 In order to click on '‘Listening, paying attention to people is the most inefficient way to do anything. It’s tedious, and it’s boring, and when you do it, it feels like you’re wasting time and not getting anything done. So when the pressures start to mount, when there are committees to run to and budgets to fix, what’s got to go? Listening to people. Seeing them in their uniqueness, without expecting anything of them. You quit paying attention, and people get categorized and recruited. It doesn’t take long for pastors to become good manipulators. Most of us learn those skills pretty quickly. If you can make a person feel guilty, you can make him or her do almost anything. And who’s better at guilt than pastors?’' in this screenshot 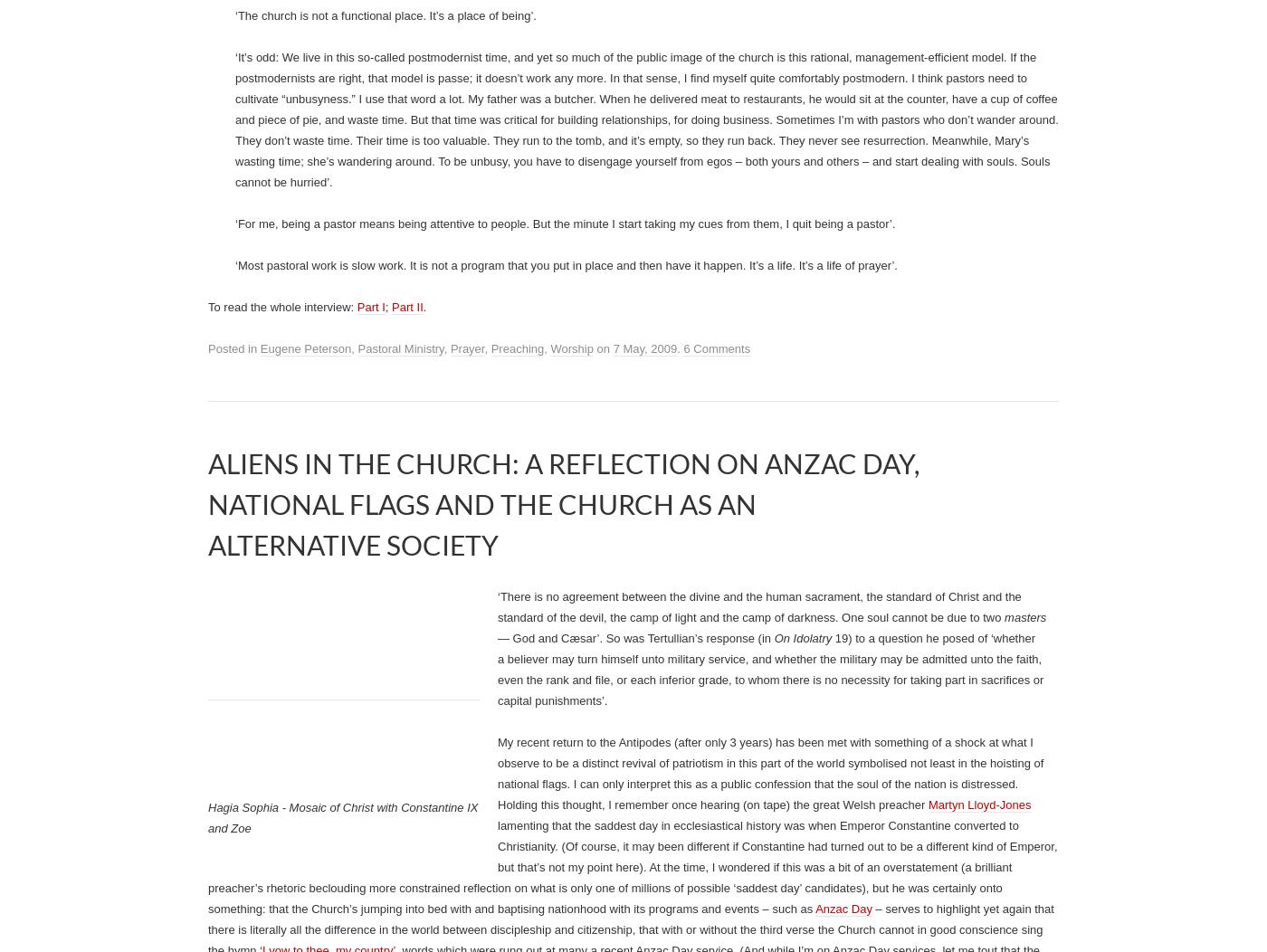, I will do `click(644, 501)`.